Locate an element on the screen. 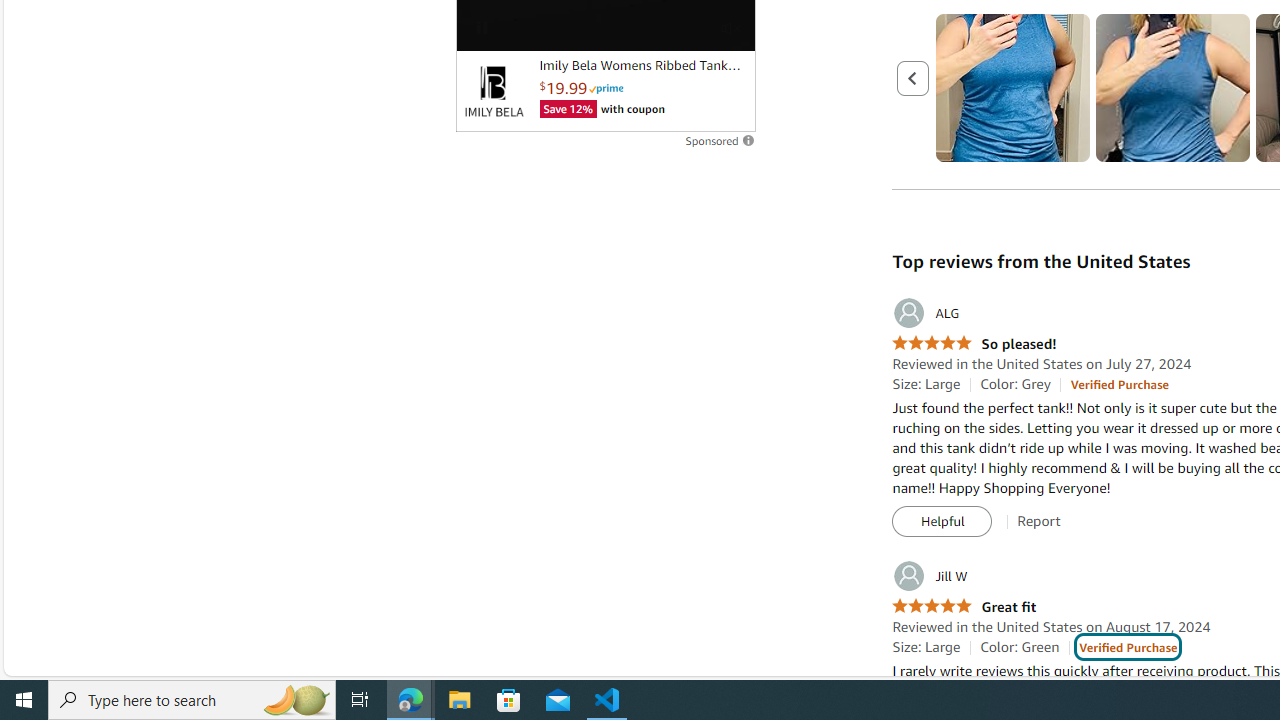 This screenshot has height=720, width=1280. '5.0 out of 5 stars So pleased!' is located at coordinates (974, 343).